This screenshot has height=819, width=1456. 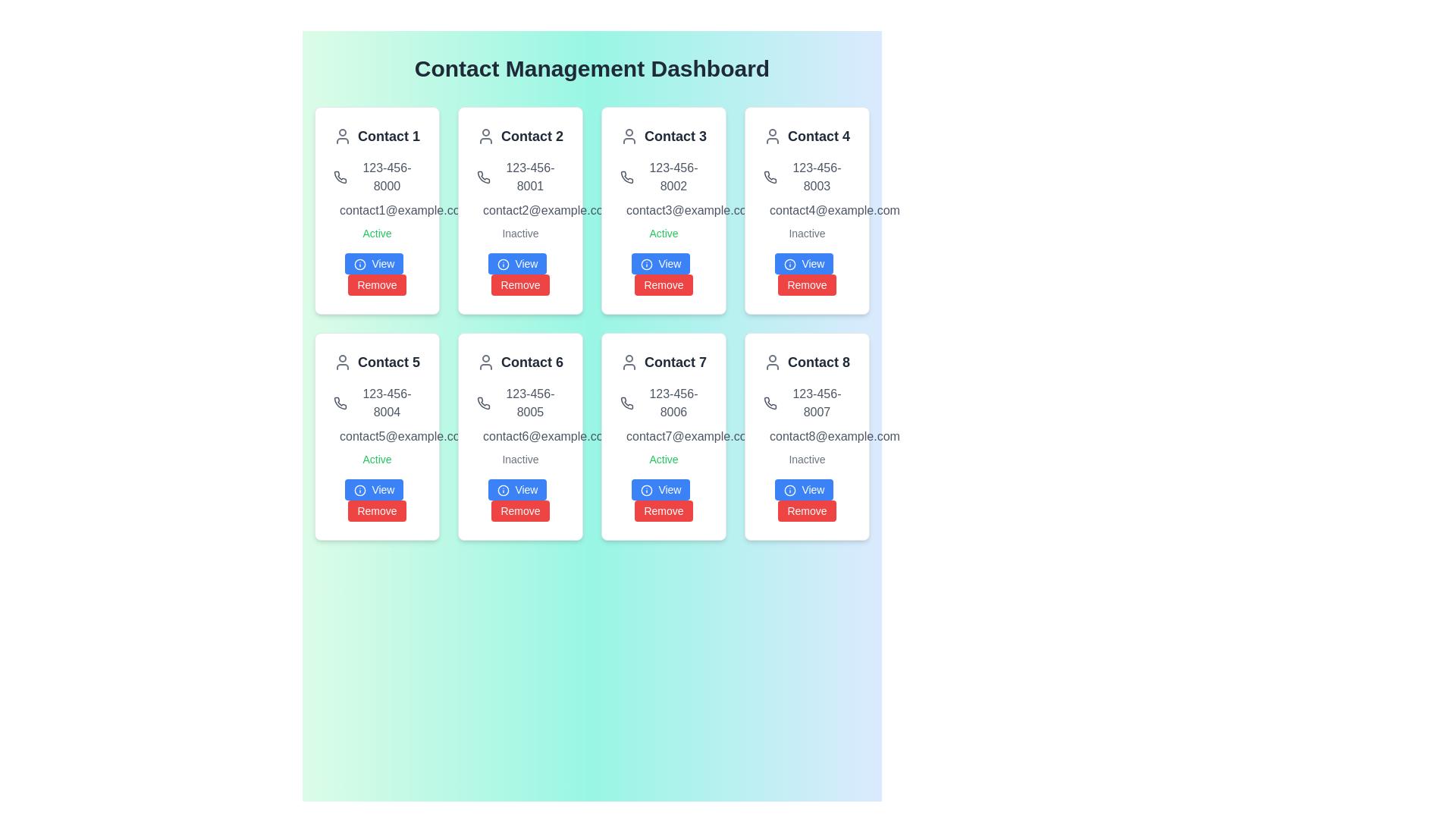 What do you see at coordinates (806, 511) in the screenshot?
I see `the 'Remove' button located in the fourth column of the bottom row of the button group` at bounding box center [806, 511].